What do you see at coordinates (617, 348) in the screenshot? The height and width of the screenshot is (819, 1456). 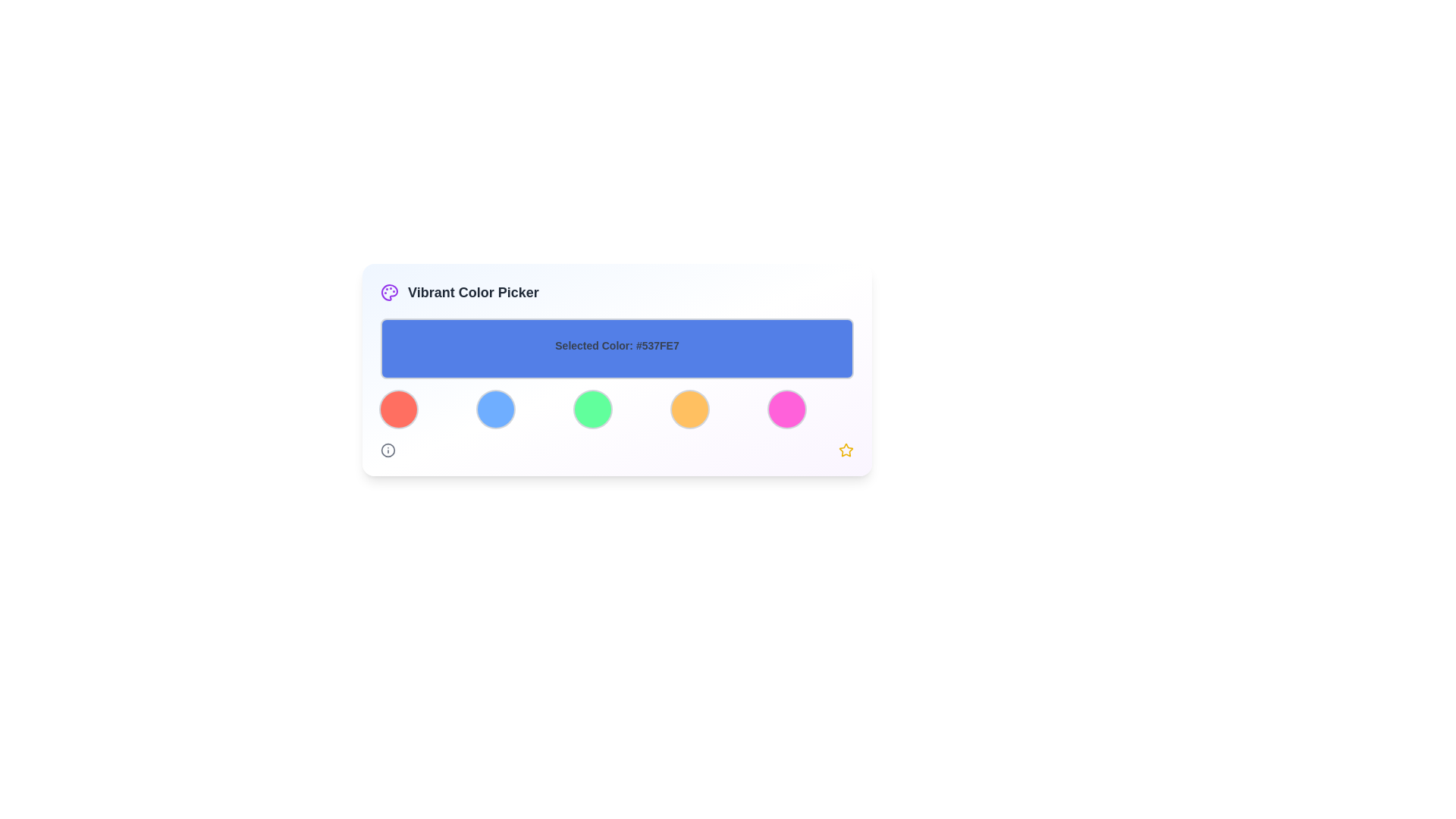 I see `text from the Text Label displaying 'Selected Color: #537FE7', which is centrally located below the 'Vibrant Color Picker' header` at bounding box center [617, 348].